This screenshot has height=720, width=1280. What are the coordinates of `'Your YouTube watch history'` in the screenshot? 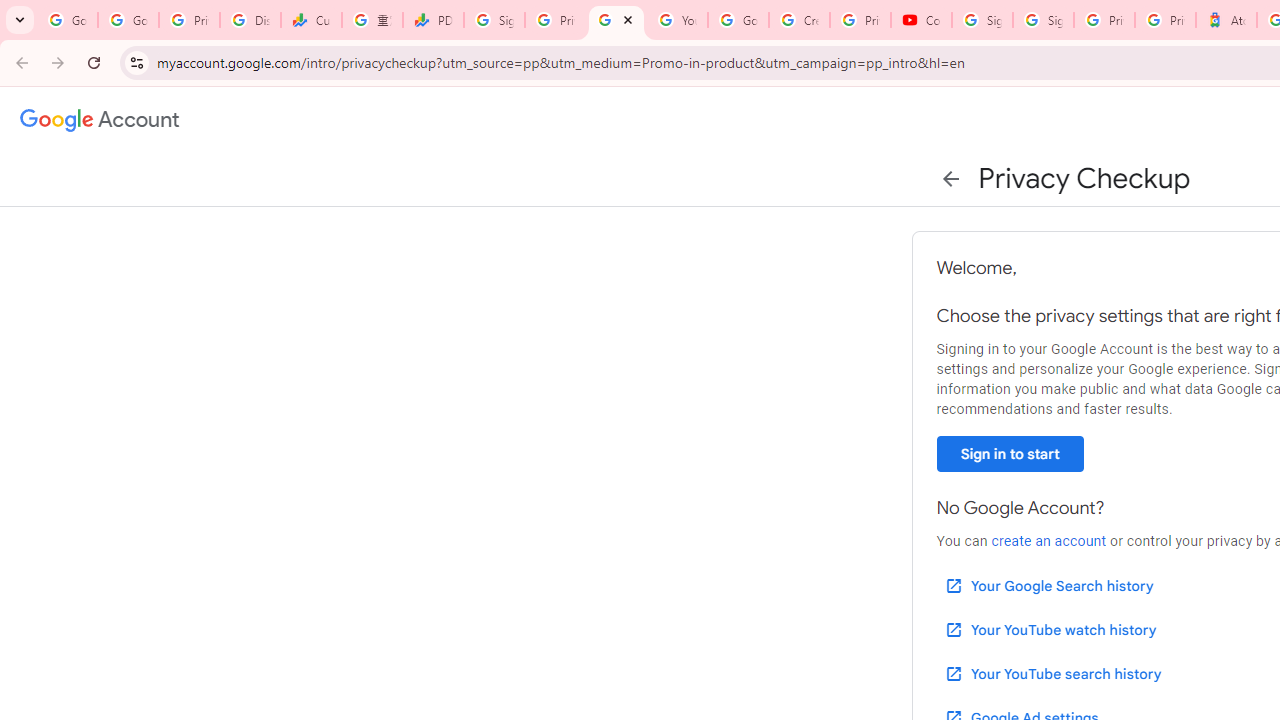 It's located at (1049, 630).